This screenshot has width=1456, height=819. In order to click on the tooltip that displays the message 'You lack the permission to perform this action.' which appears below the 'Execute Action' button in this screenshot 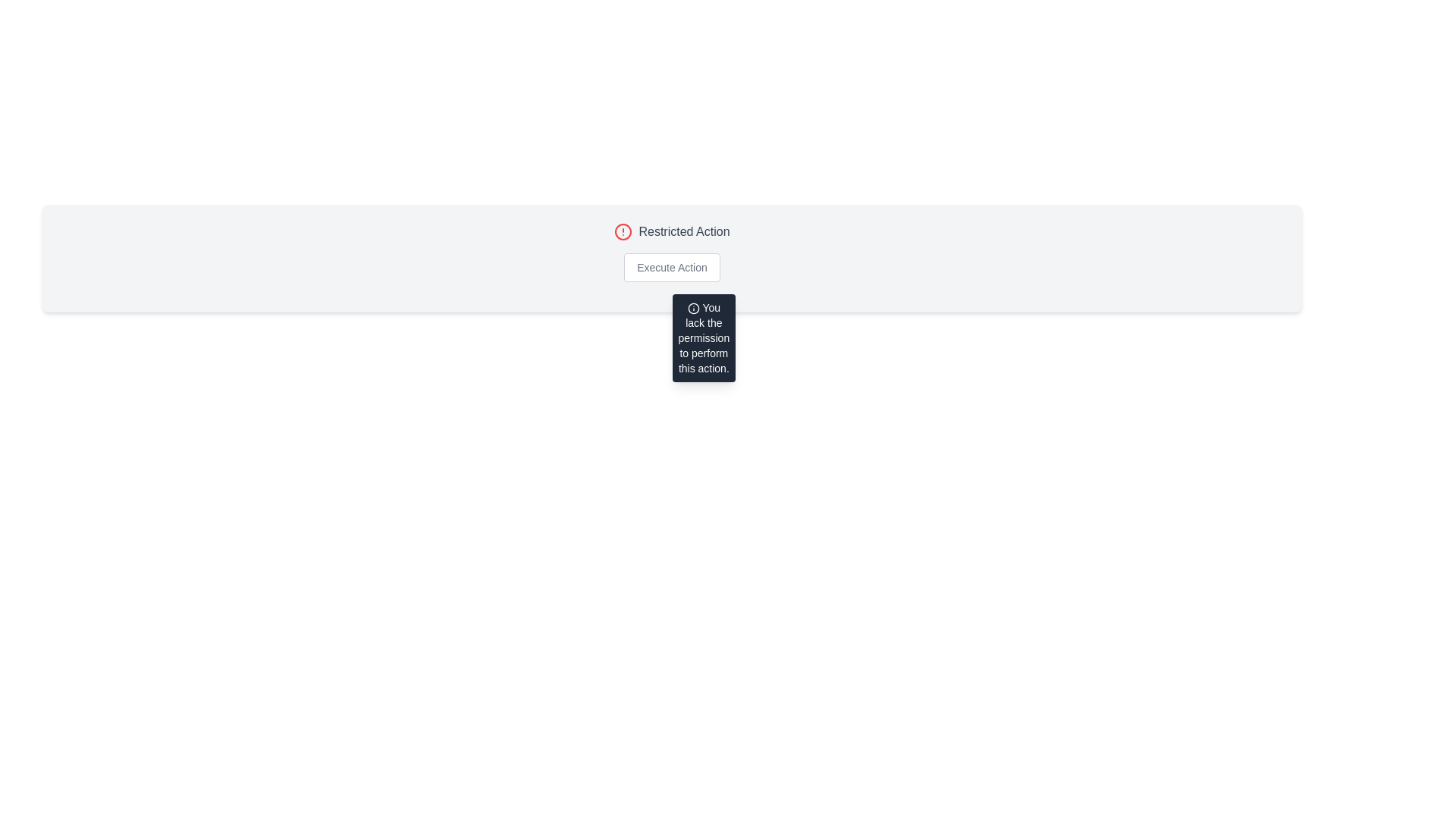, I will do `click(703, 337)`.